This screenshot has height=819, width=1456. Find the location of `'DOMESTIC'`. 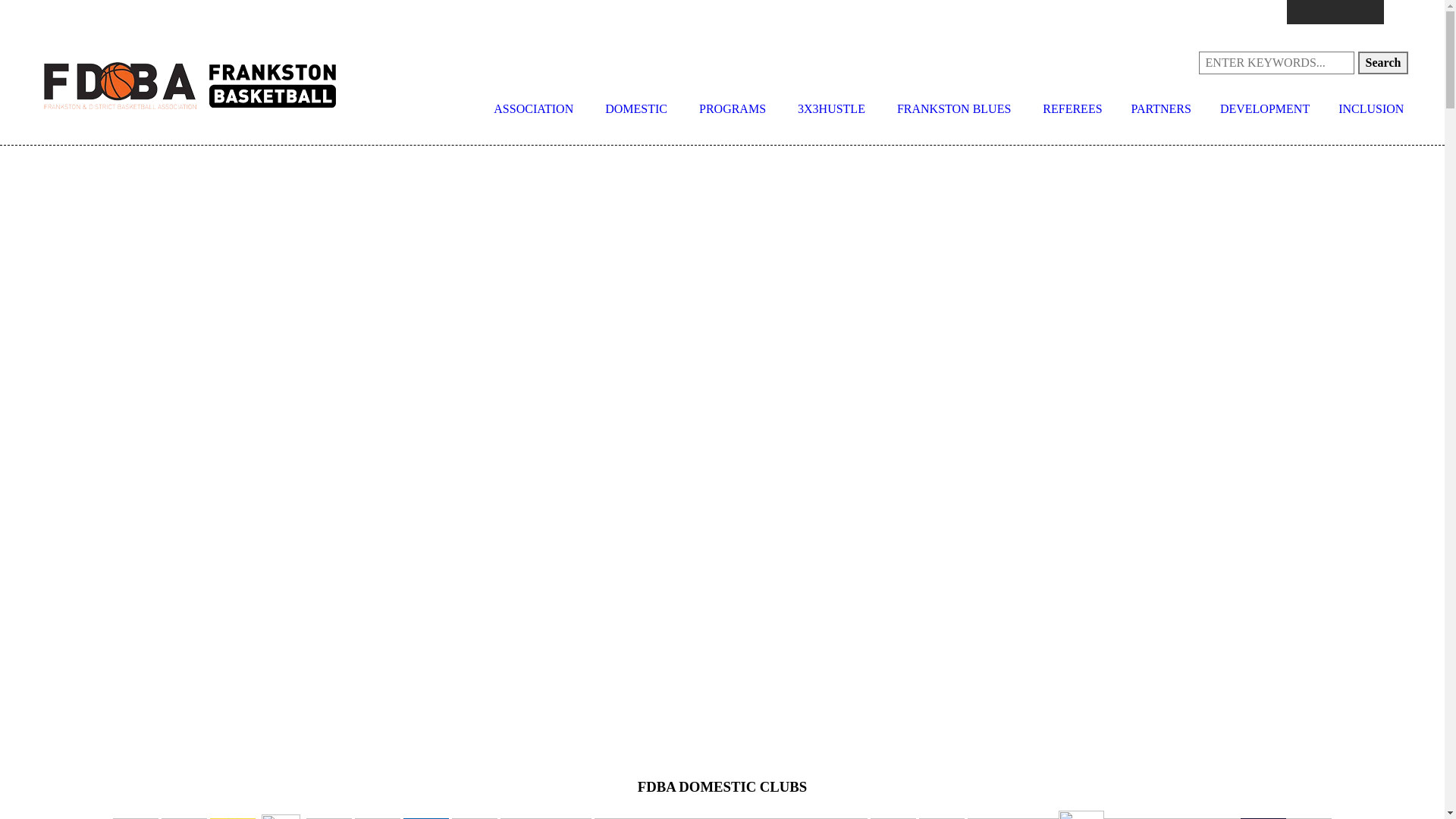

'DOMESTIC' is located at coordinates (636, 108).